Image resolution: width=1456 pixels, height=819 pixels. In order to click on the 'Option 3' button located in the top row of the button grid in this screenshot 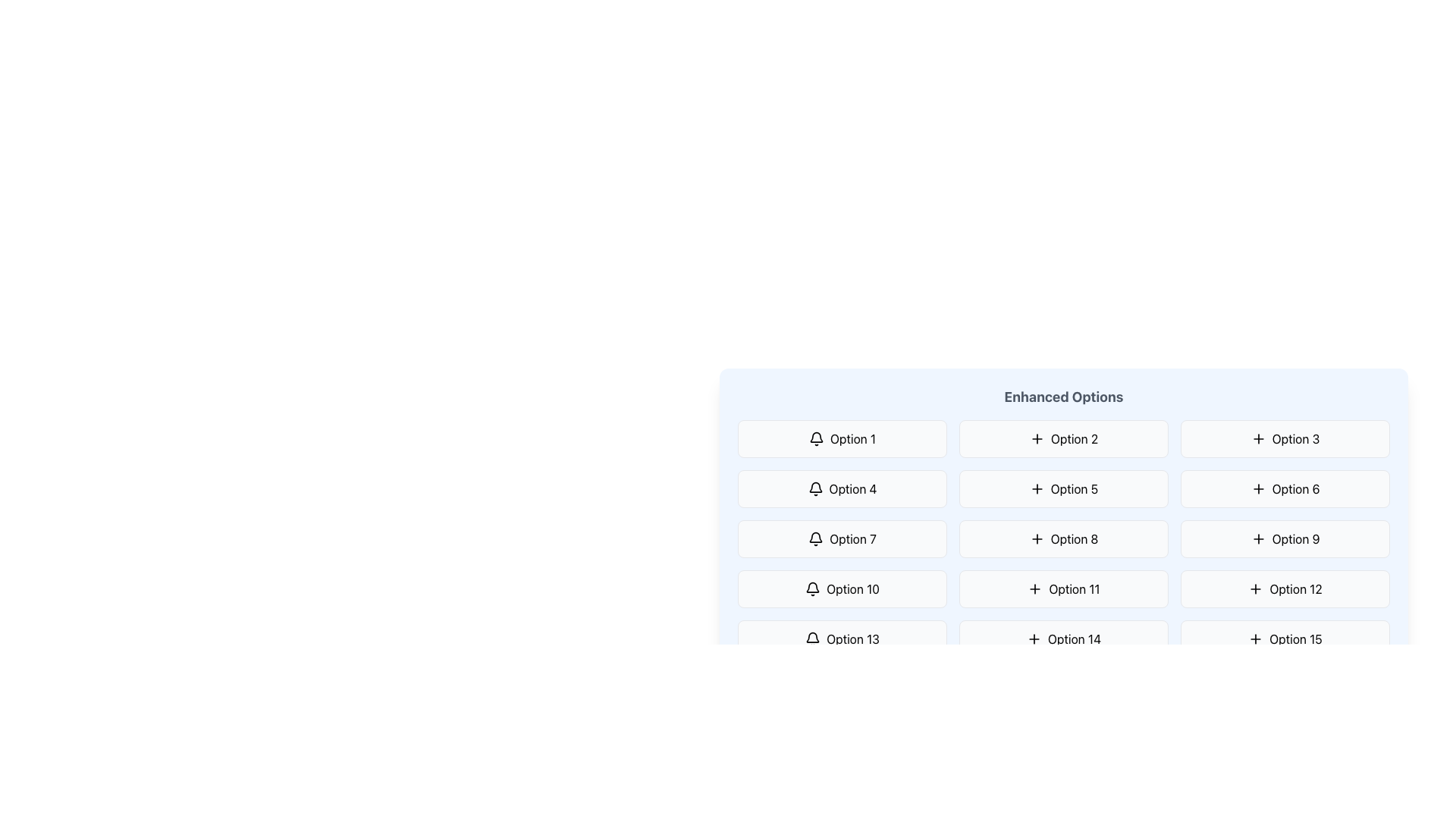, I will do `click(1284, 438)`.